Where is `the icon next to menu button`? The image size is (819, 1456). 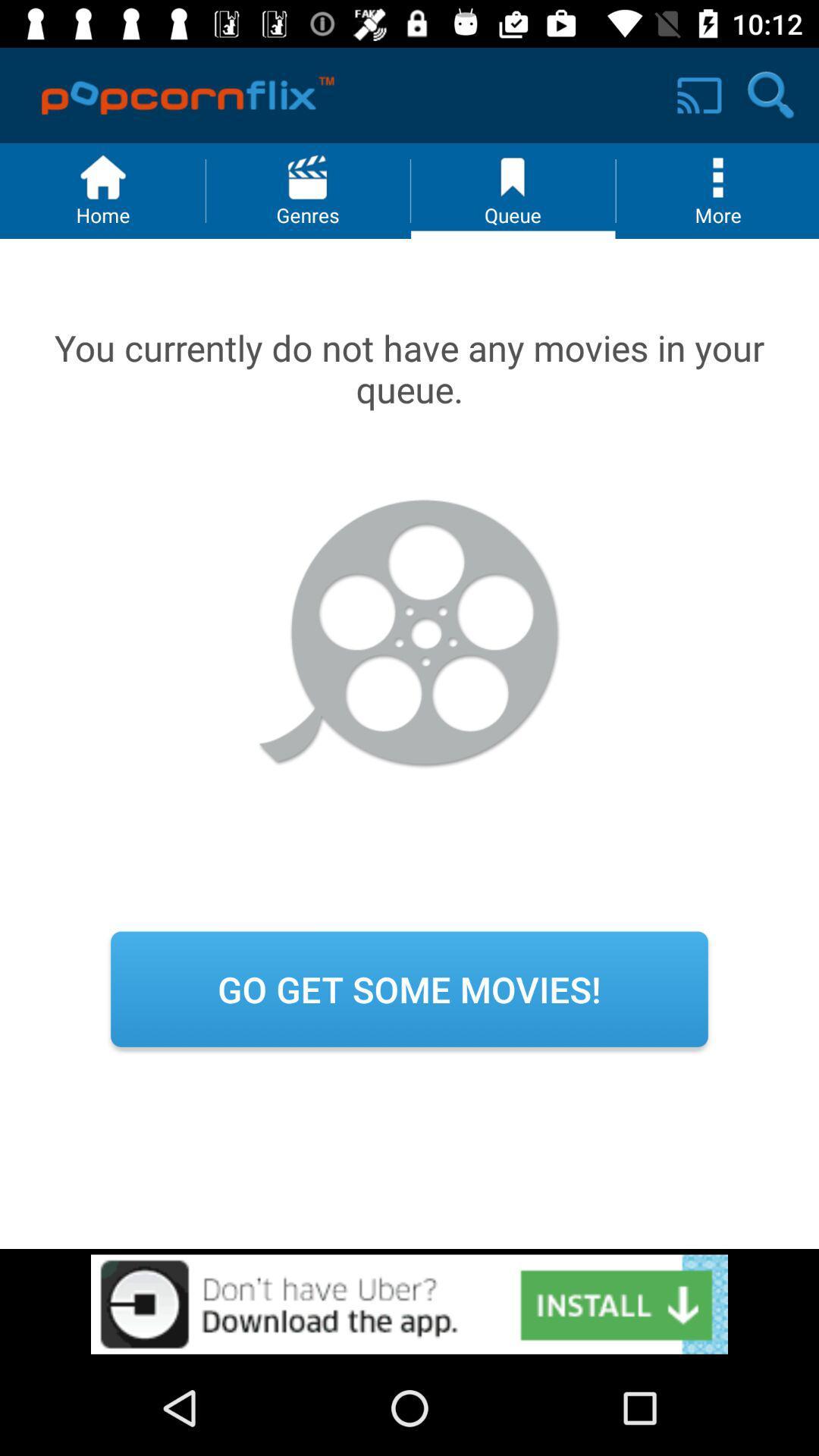
the icon next to menu button is located at coordinates (512, 177).